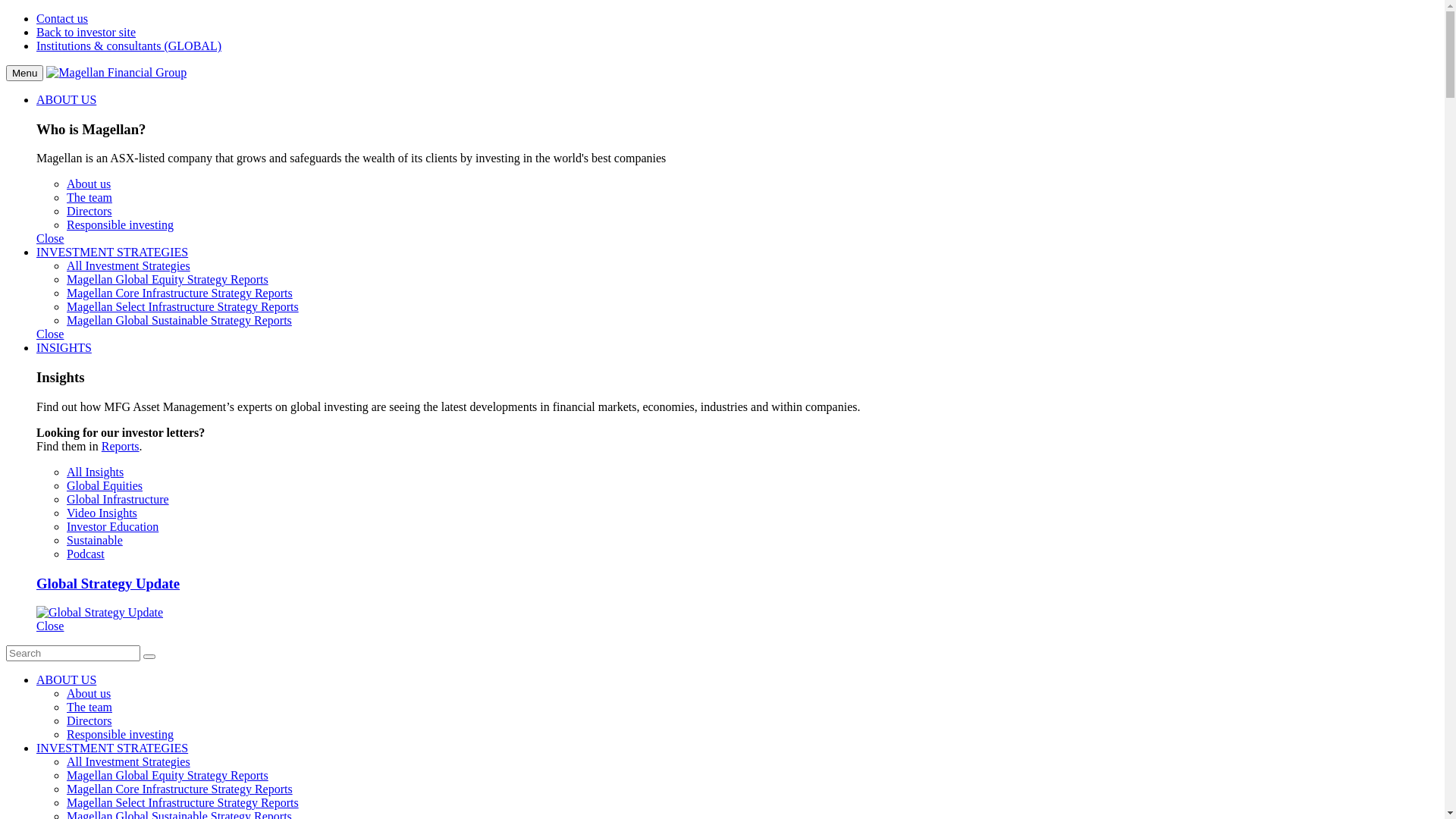 This screenshot has width=1456, height=819. I want to click on 'Podcast', so click(65, 554).